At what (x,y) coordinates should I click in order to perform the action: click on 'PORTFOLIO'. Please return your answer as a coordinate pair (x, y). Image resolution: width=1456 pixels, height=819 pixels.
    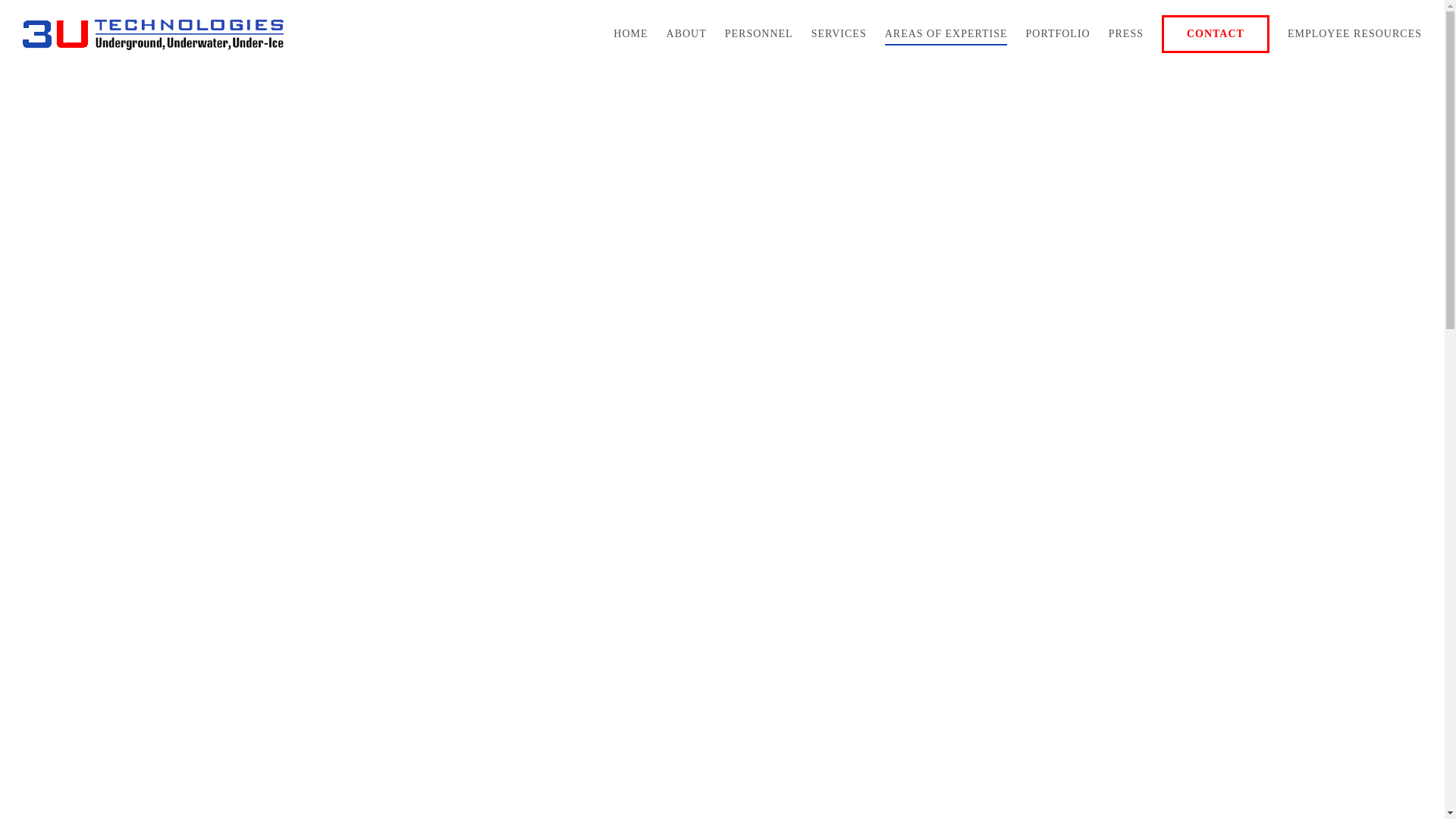
    Looking at the image, I should click on (1057, 34).